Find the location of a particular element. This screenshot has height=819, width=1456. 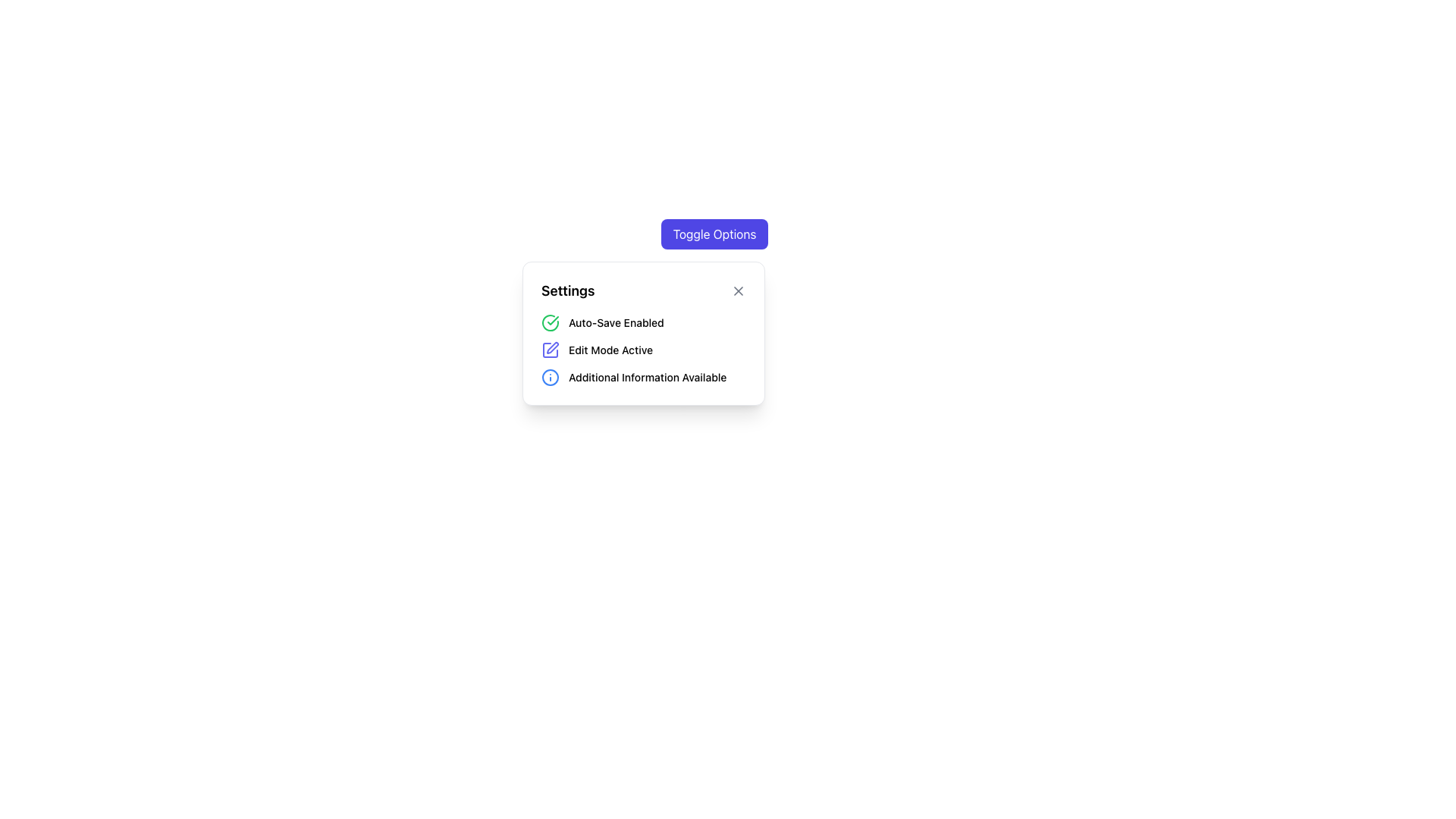

the 'Toggle Options' button with rounded corners and a vibrant purple background is located at coordinates (714, 234).